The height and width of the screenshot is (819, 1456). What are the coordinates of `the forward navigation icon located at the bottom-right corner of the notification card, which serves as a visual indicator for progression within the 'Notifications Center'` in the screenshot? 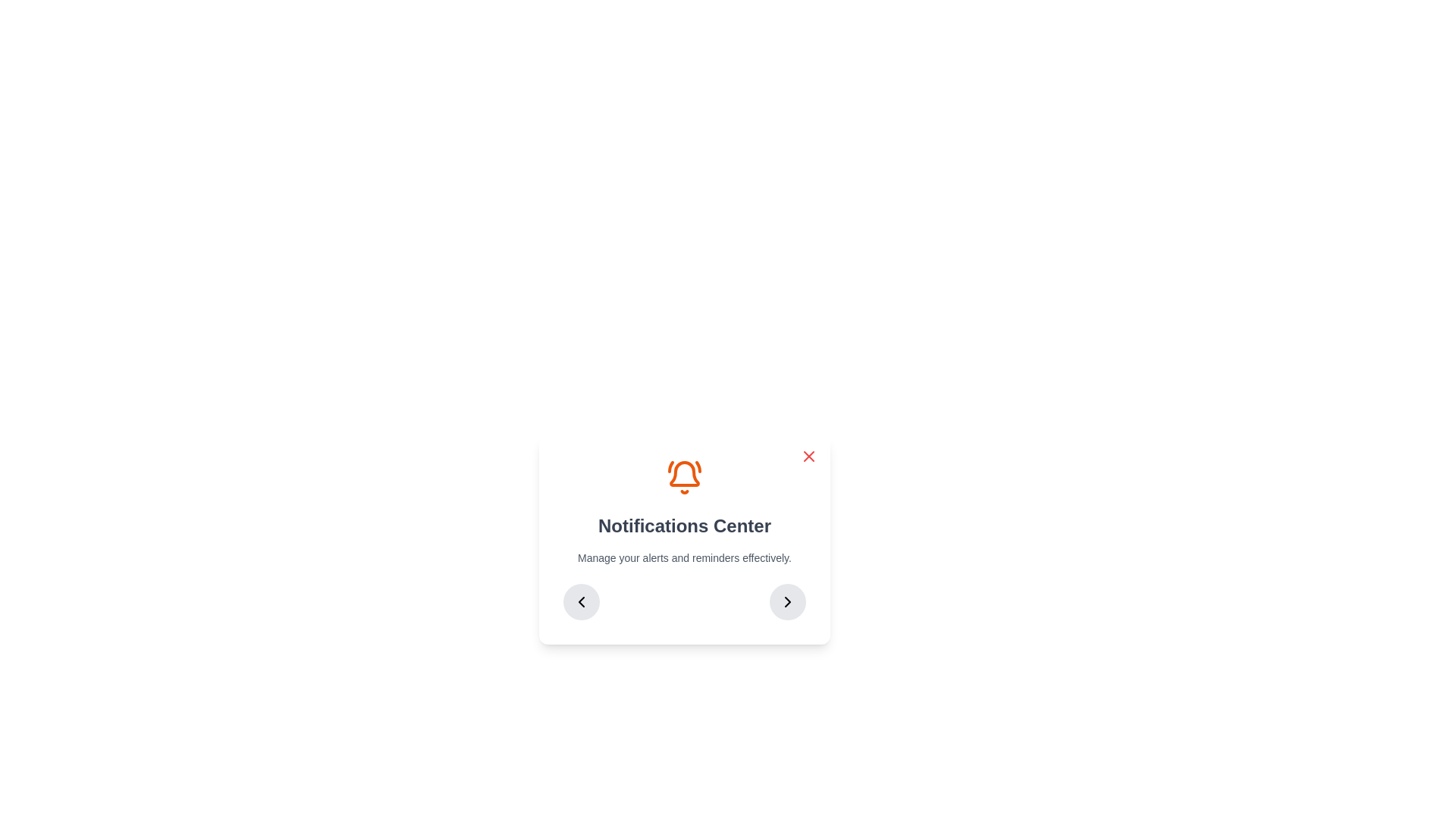 It's located at (787, 601).